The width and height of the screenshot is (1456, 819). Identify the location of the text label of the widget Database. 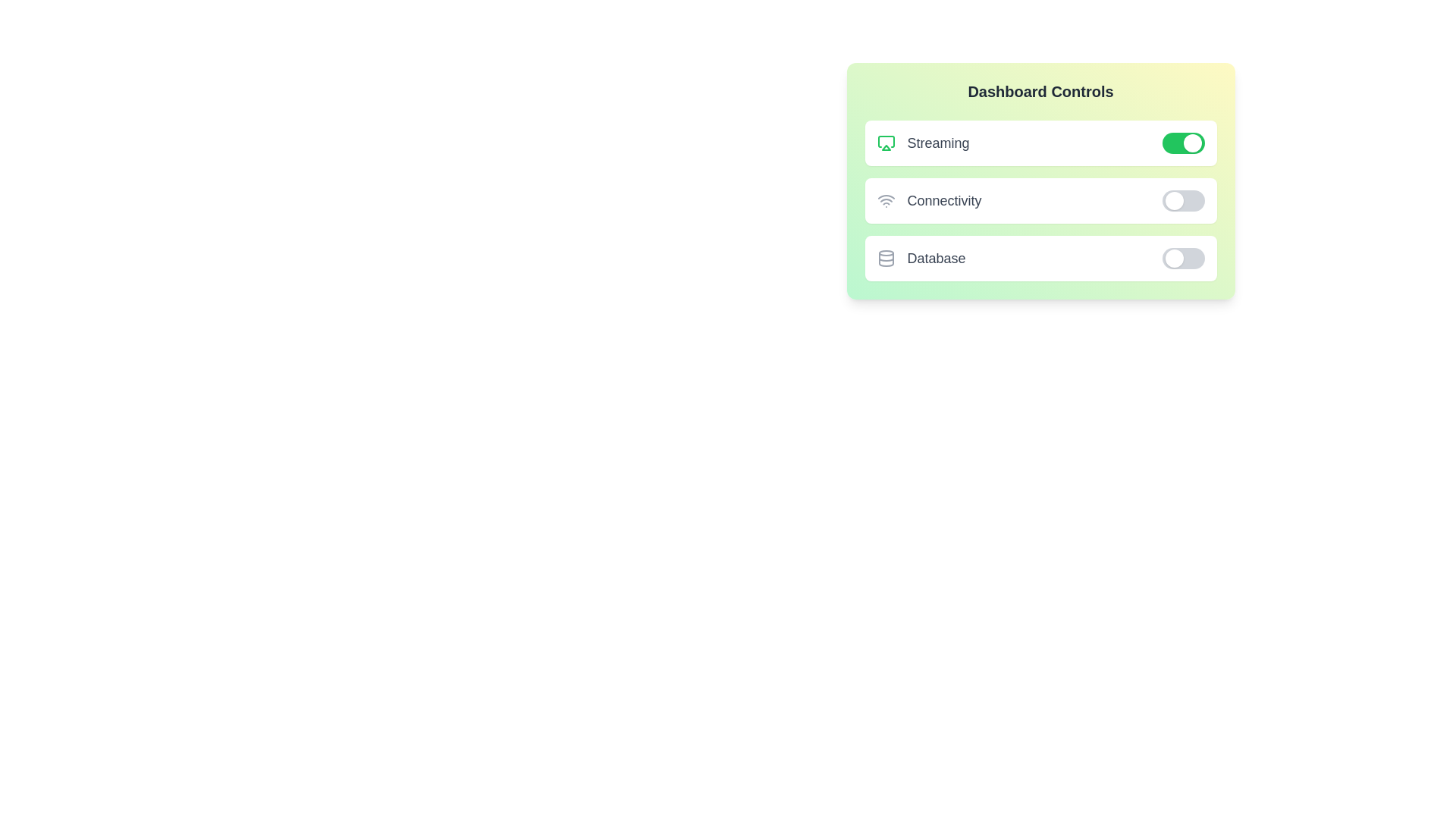
(920, 257).